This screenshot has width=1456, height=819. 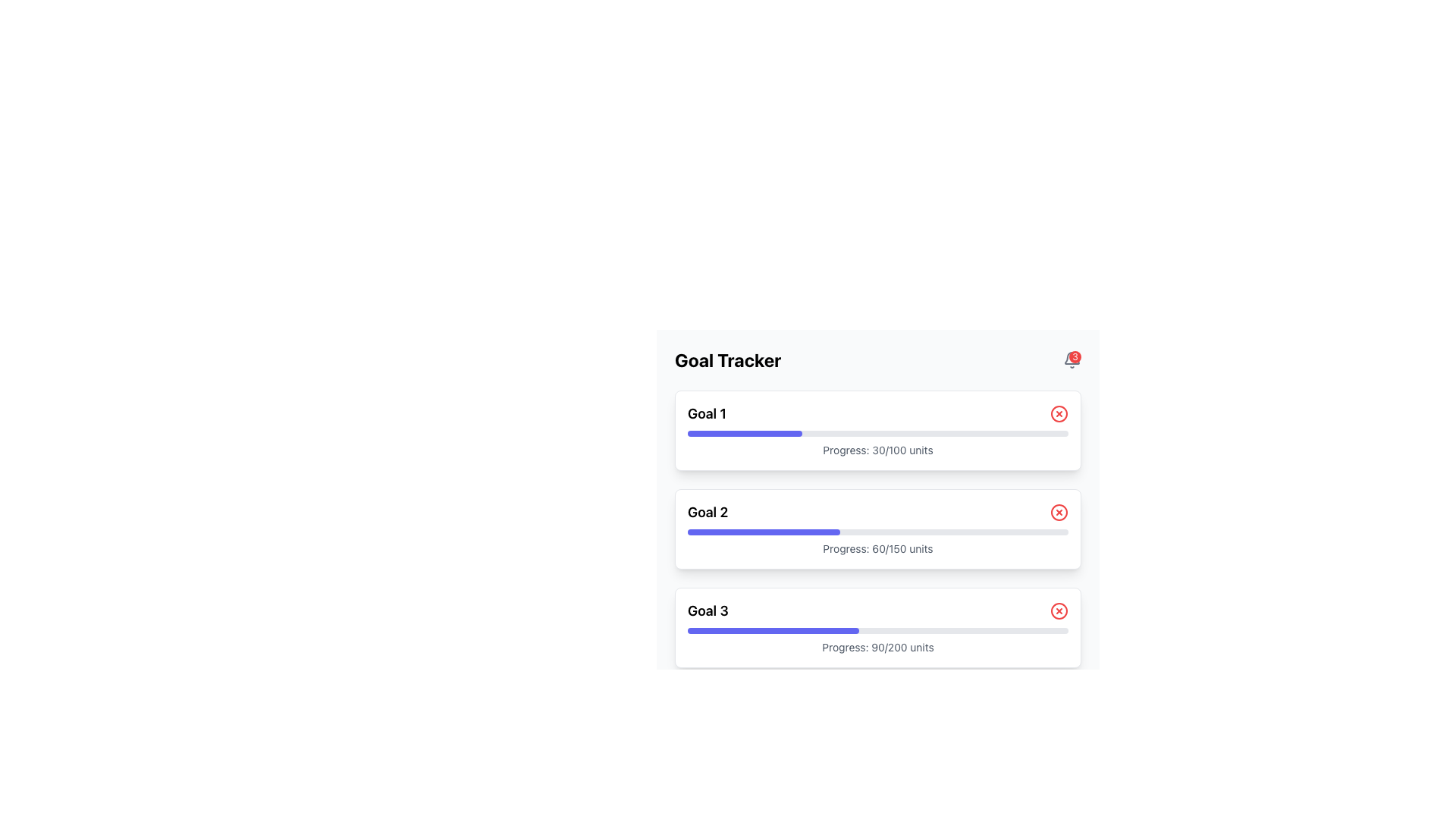 I want to click on the text label 'Goal 1' which is displayed in bold and larger font, located at the top of the first section of goal entries, so click(x=706, y=414).